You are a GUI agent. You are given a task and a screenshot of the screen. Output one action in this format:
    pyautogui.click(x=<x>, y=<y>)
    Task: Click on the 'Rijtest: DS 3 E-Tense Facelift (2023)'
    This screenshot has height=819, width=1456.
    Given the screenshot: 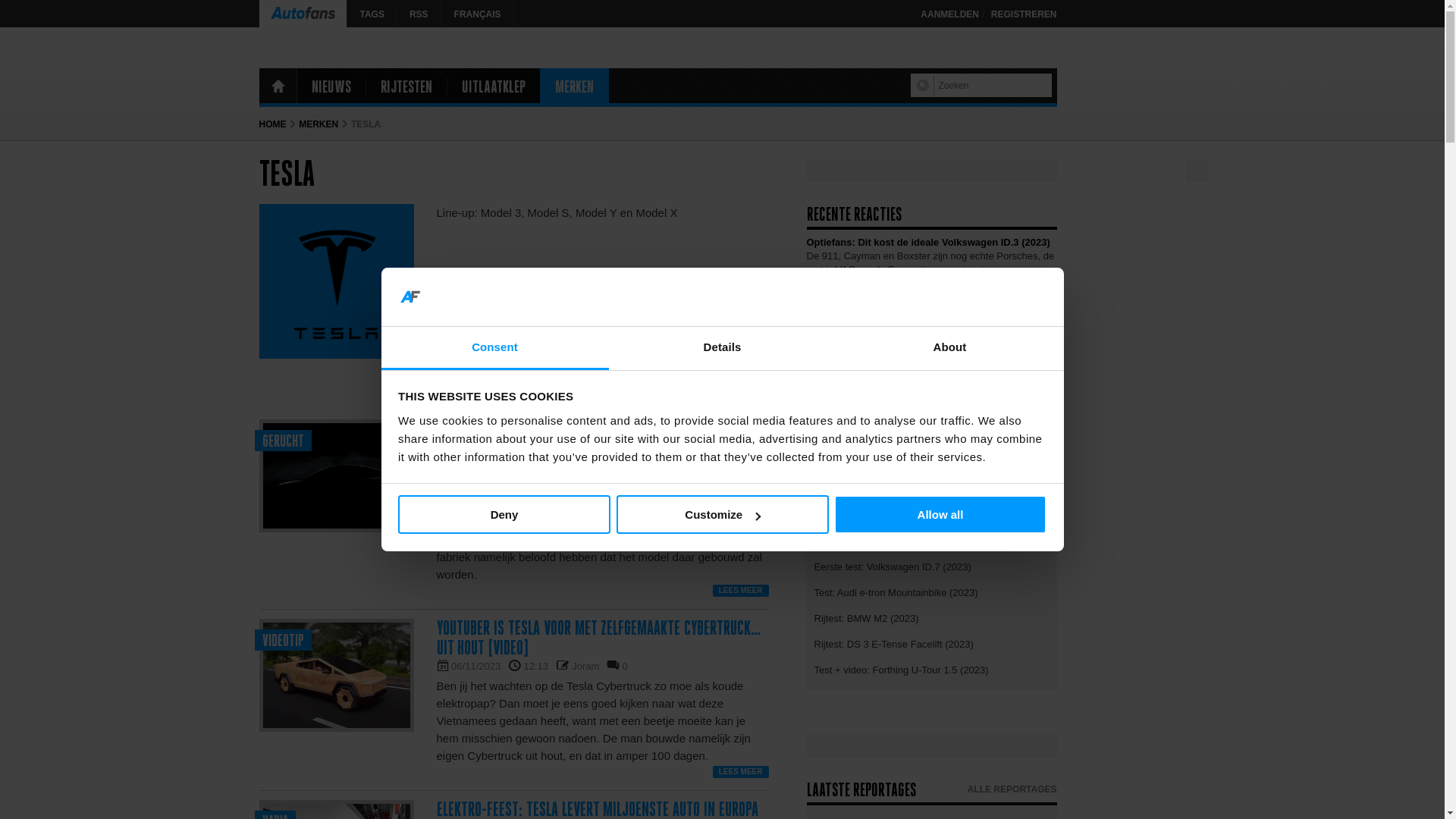 What is the action you would take?
    pyautogui.click(x=930, y=643)
    